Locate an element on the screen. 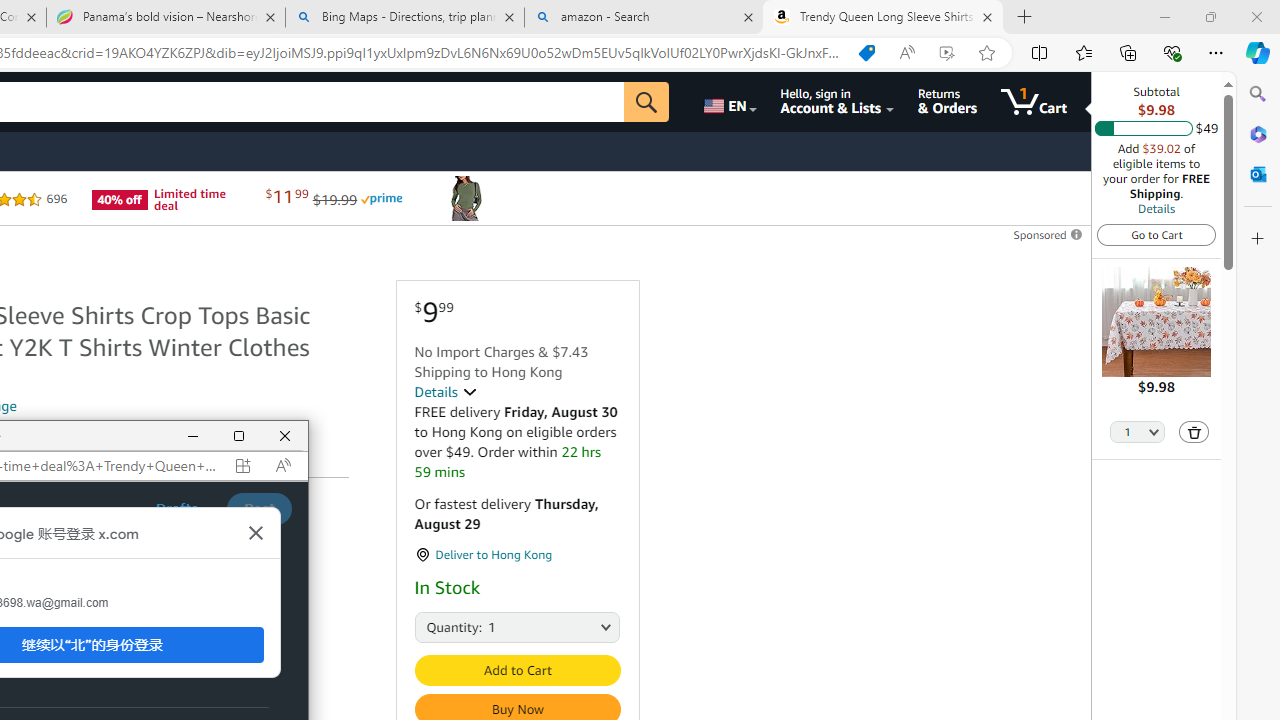  'Returns & Orders' is located at coordinates (946, 101).